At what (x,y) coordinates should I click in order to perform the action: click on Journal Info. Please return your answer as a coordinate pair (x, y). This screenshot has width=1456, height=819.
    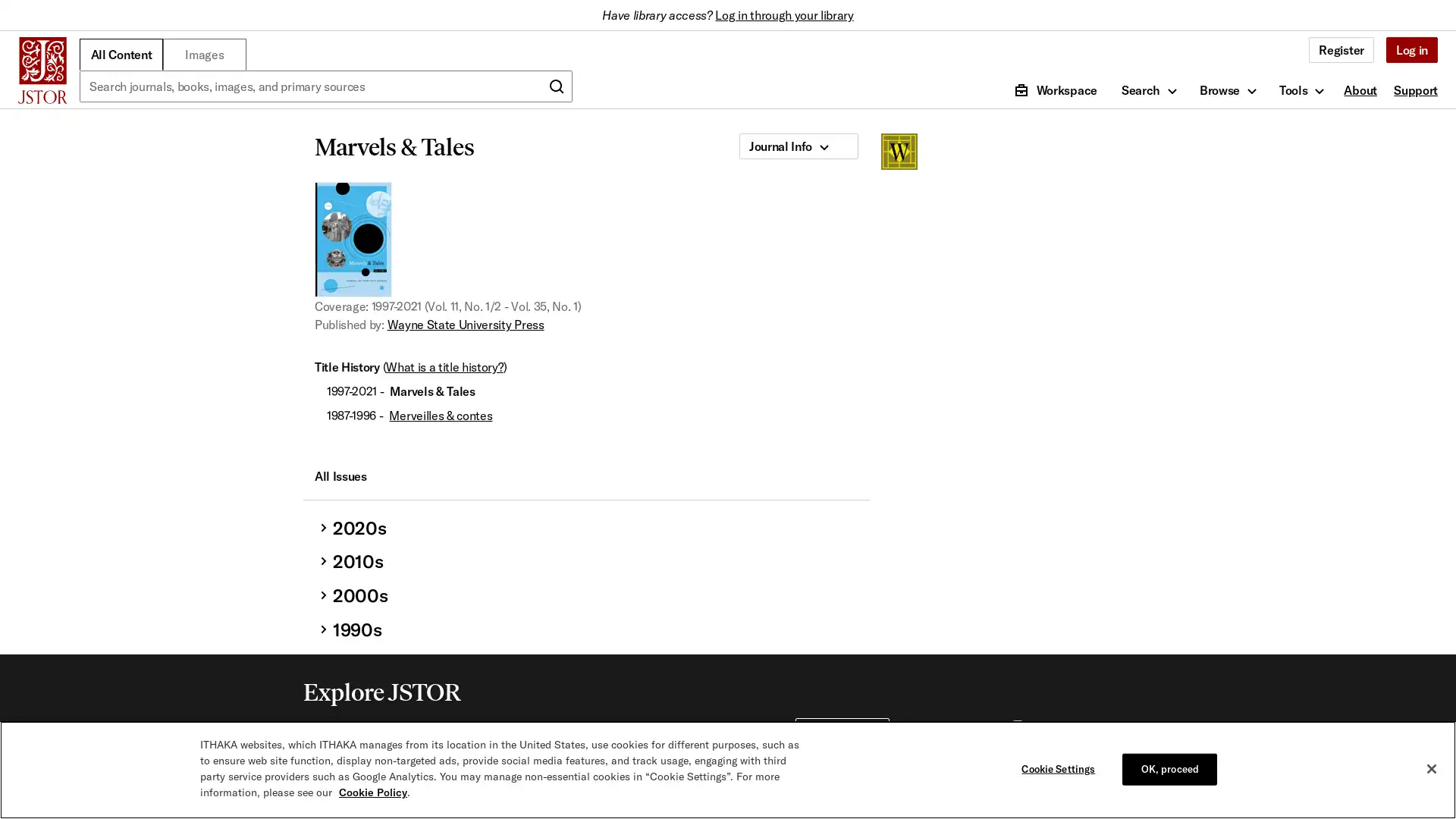
    Looking at the image, I should click on (797, 146).